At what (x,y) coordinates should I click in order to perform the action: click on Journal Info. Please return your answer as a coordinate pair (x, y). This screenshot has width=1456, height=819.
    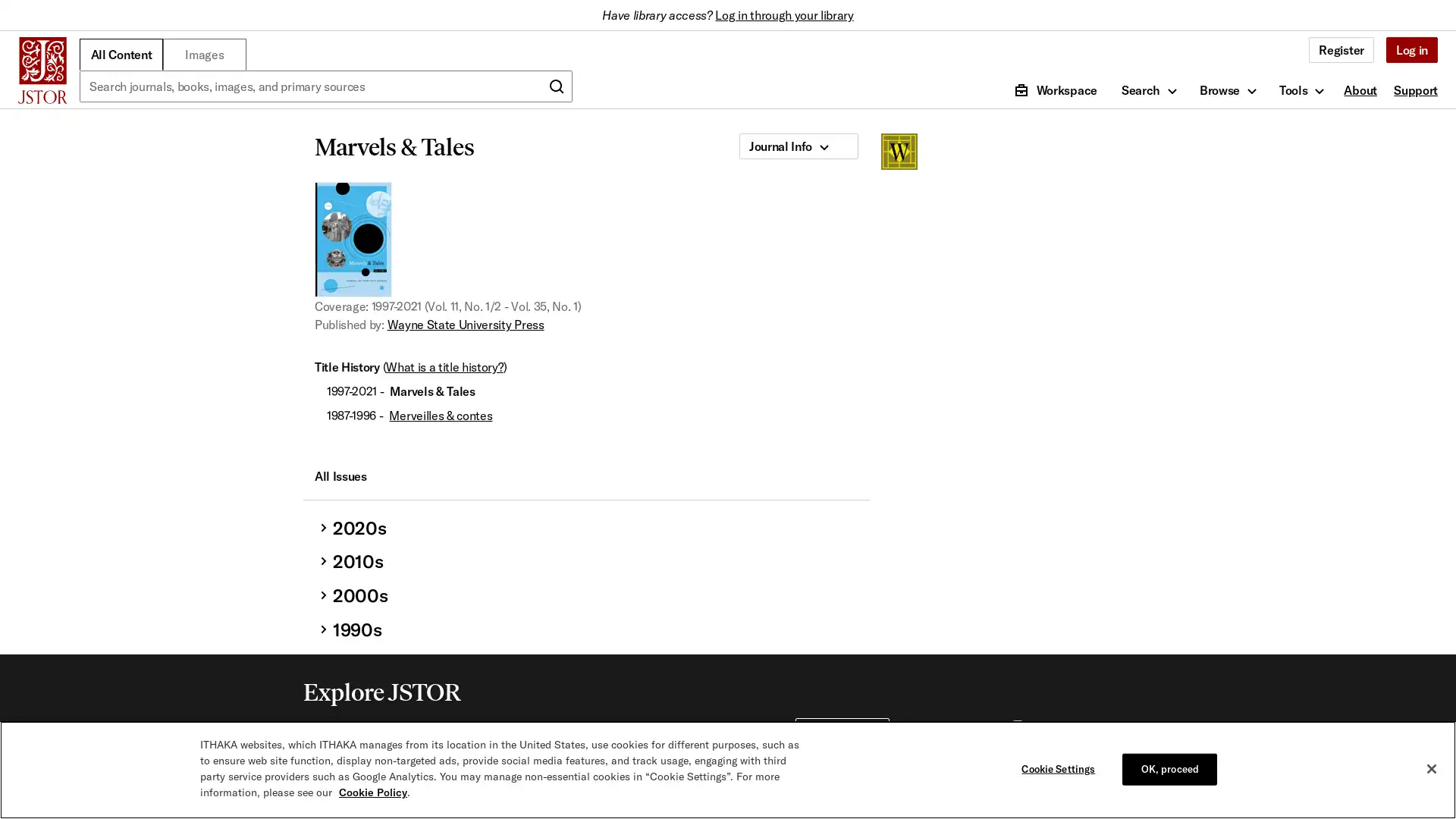
    Looking at the image, I should click on (797, 146).